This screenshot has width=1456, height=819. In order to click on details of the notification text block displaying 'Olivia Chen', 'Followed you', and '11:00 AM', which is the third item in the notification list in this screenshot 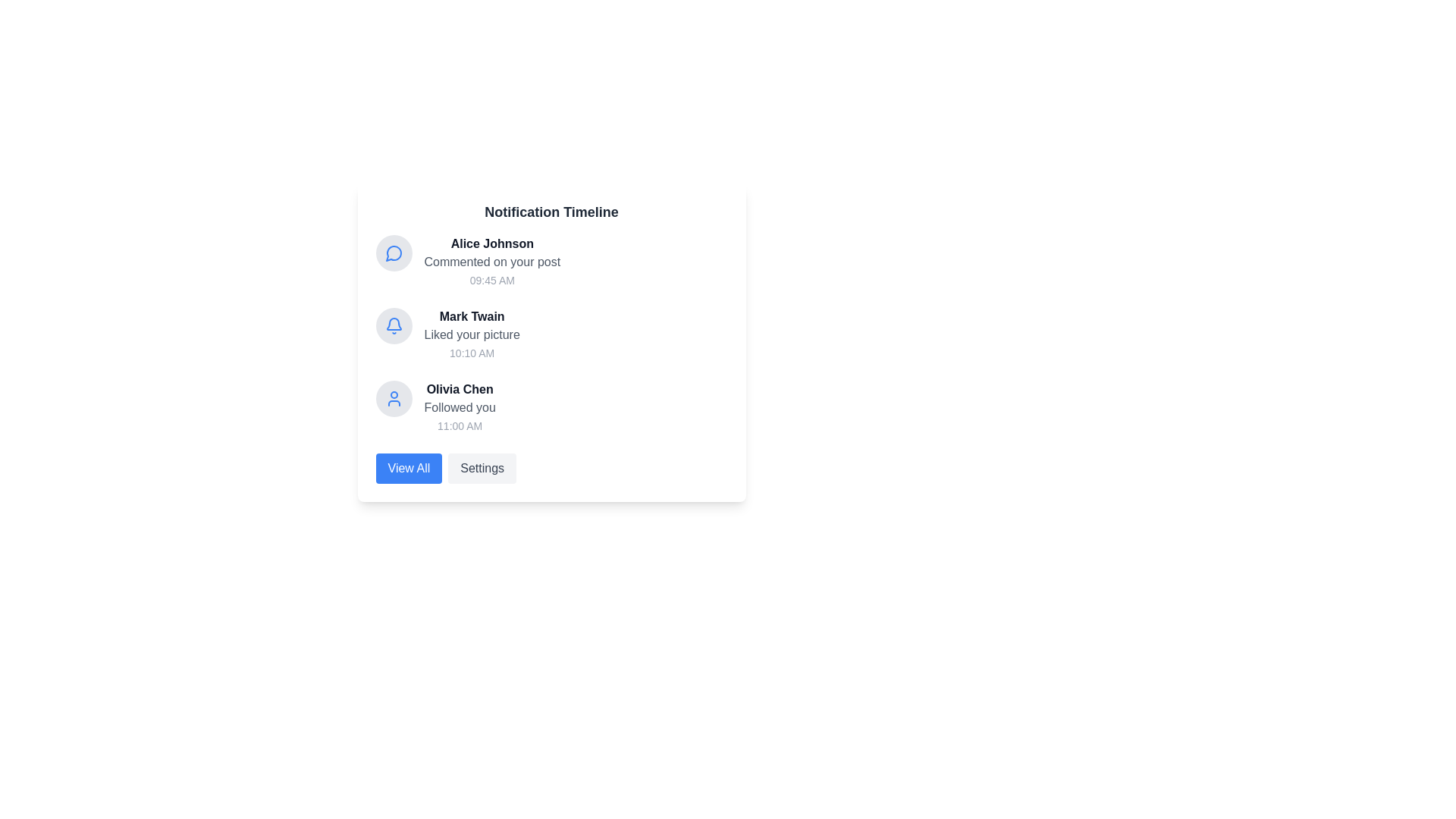, I will do `click(459, 406)`.